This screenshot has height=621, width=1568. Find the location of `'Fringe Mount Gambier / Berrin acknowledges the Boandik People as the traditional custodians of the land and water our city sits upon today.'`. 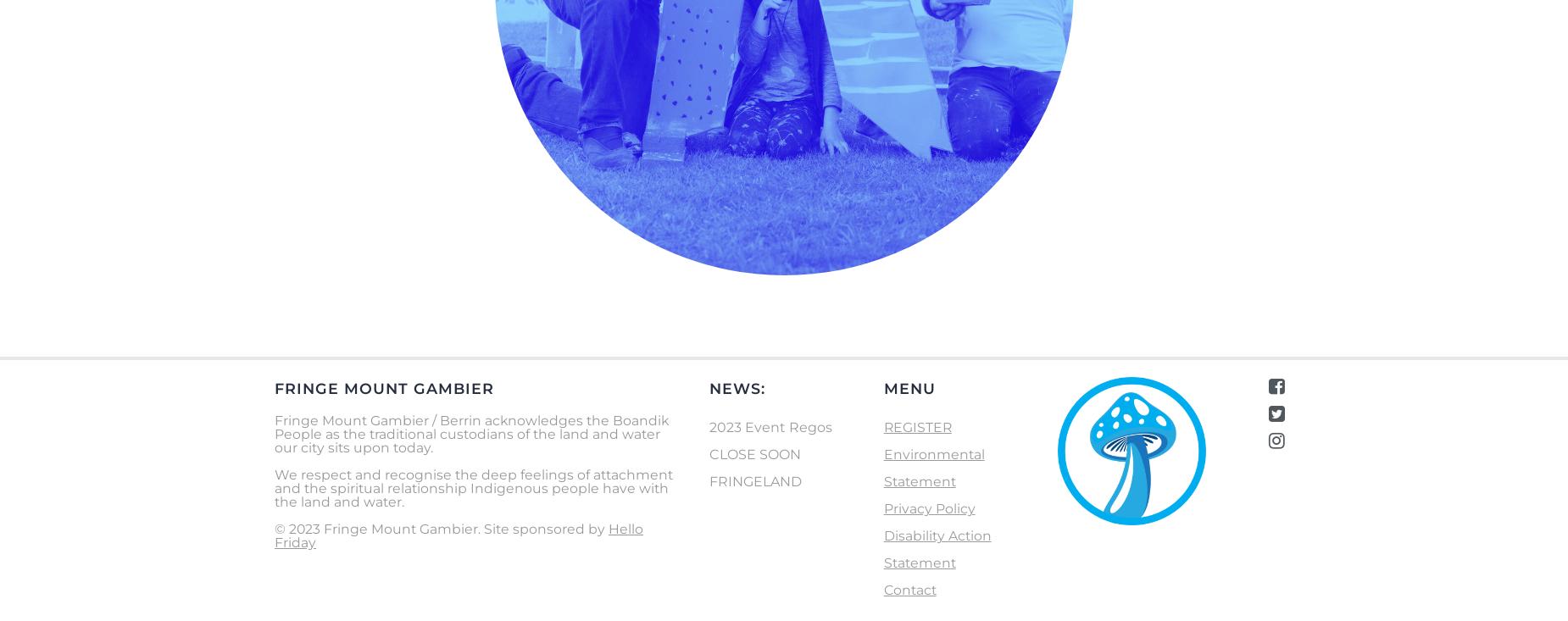

'Fringe Mount Gambier / Berrin acknowledges the Boandik People as the traditional custodians of the land and water our city sits upon today.' is located at coordinates (471, 432).